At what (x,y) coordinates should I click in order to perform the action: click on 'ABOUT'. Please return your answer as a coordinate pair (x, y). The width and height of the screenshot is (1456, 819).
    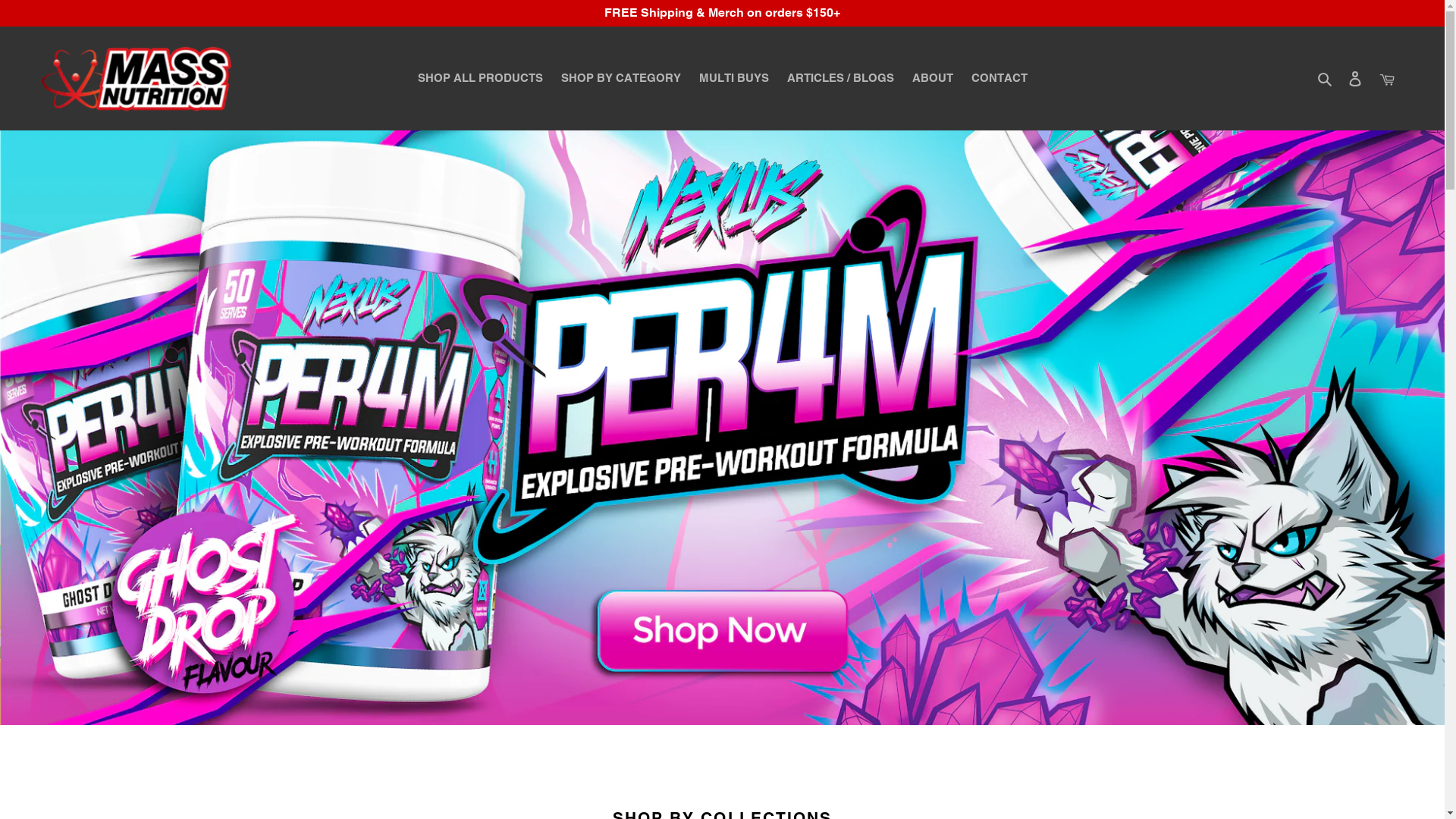
    Looking at the image, I should click on (930, 78).